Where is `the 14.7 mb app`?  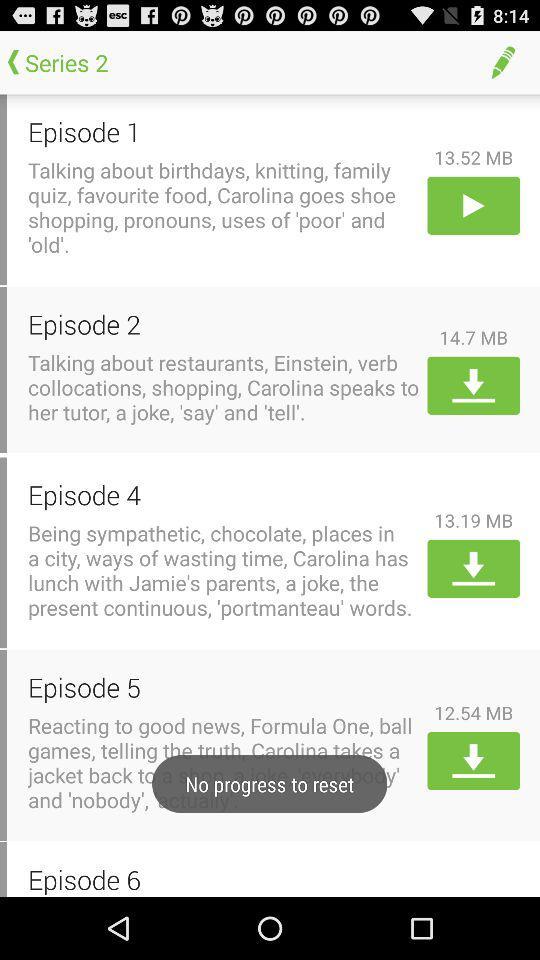
the 14.7 mb app is located at coordinates (472, 337).